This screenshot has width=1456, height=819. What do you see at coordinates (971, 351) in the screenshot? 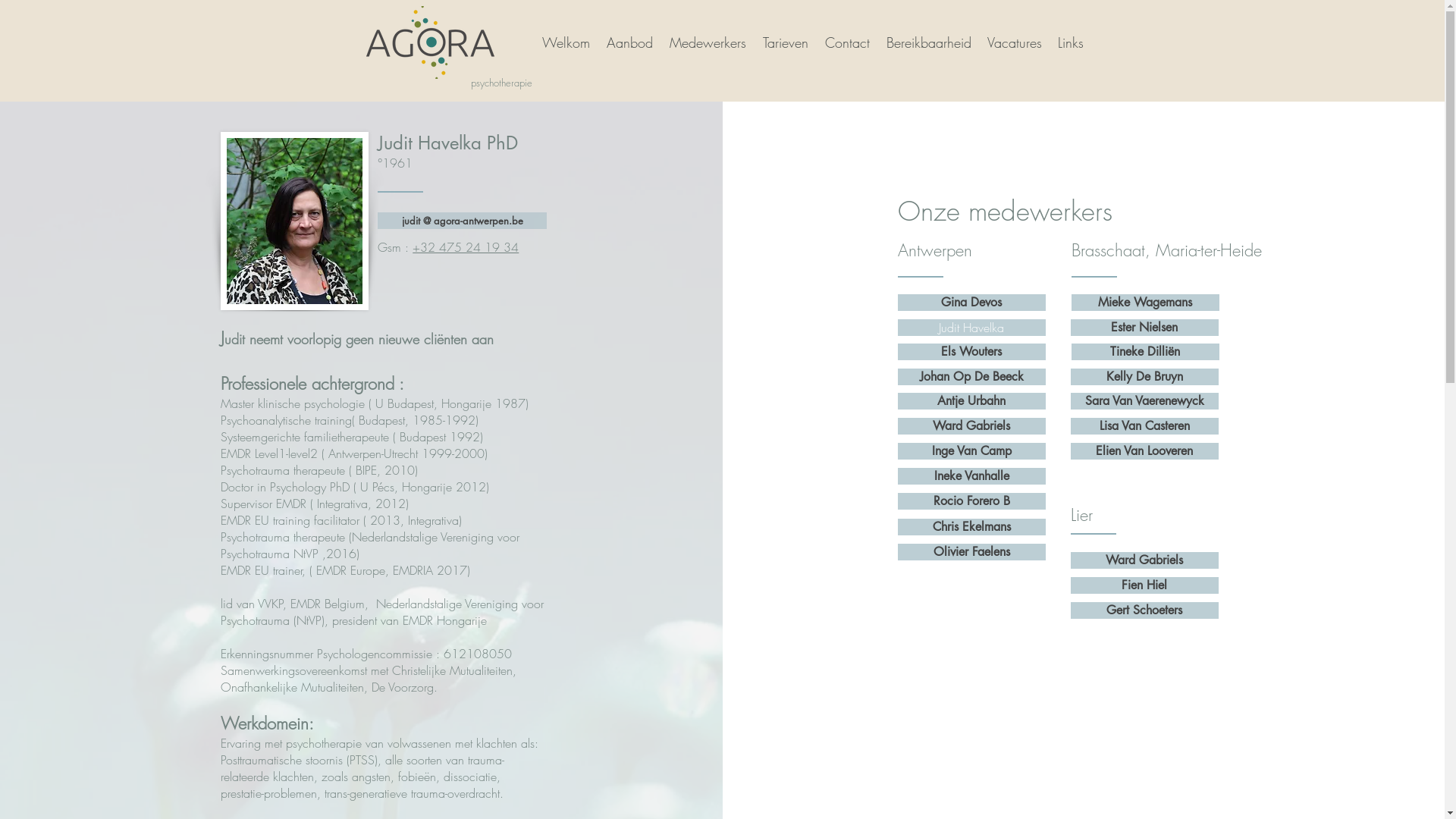
I see `'Els Wouters'` at bounding box center [971, 351].